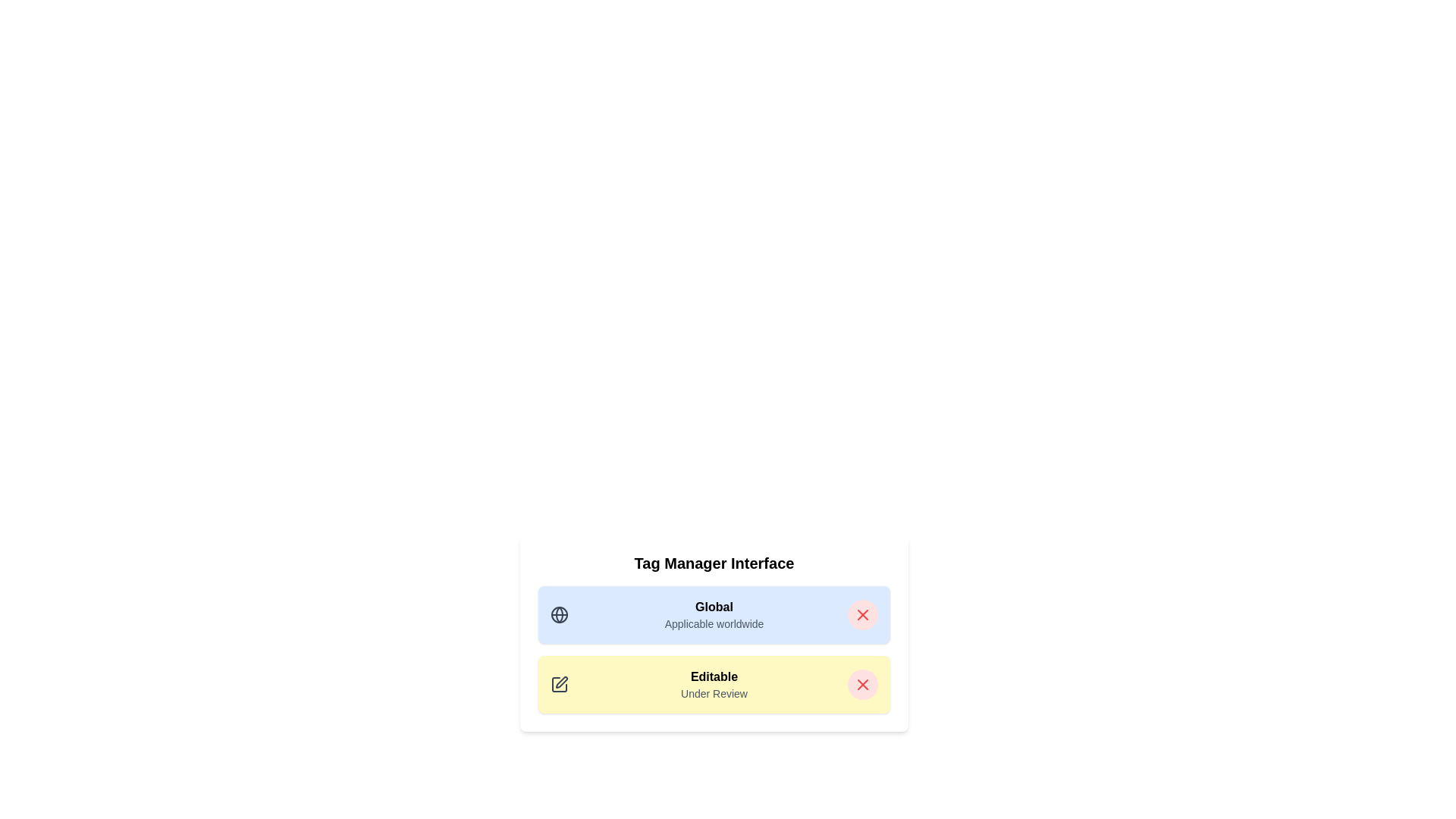 The image size is (1456, 819). Describe the element at coordinates (862, 614) in the screenshot. I see `delete button for the tag labeled Global` at that location.